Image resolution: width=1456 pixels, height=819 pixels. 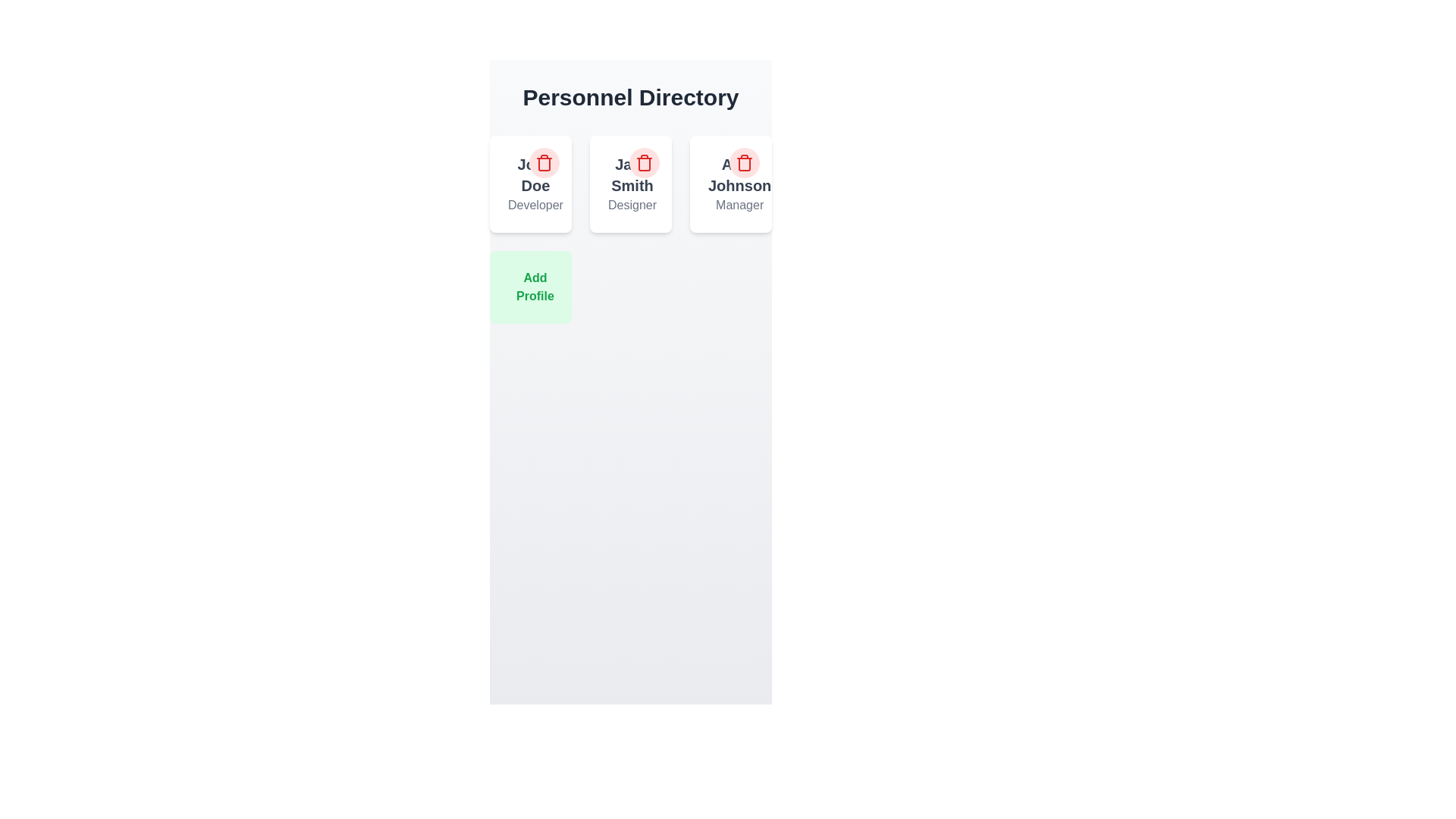 I want to click on the delete icon located in the top-right corner of the personnel card labeled 'John Doe', so click(x=544, y=163).